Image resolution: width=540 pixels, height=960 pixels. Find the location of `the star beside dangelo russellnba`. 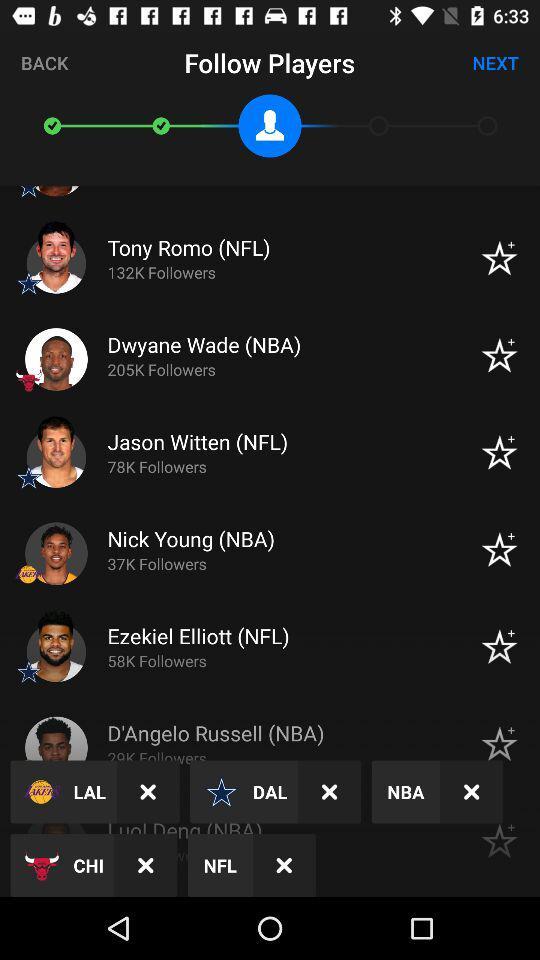

the star beside dangelo russellnba is located at coordinates (498, 743).